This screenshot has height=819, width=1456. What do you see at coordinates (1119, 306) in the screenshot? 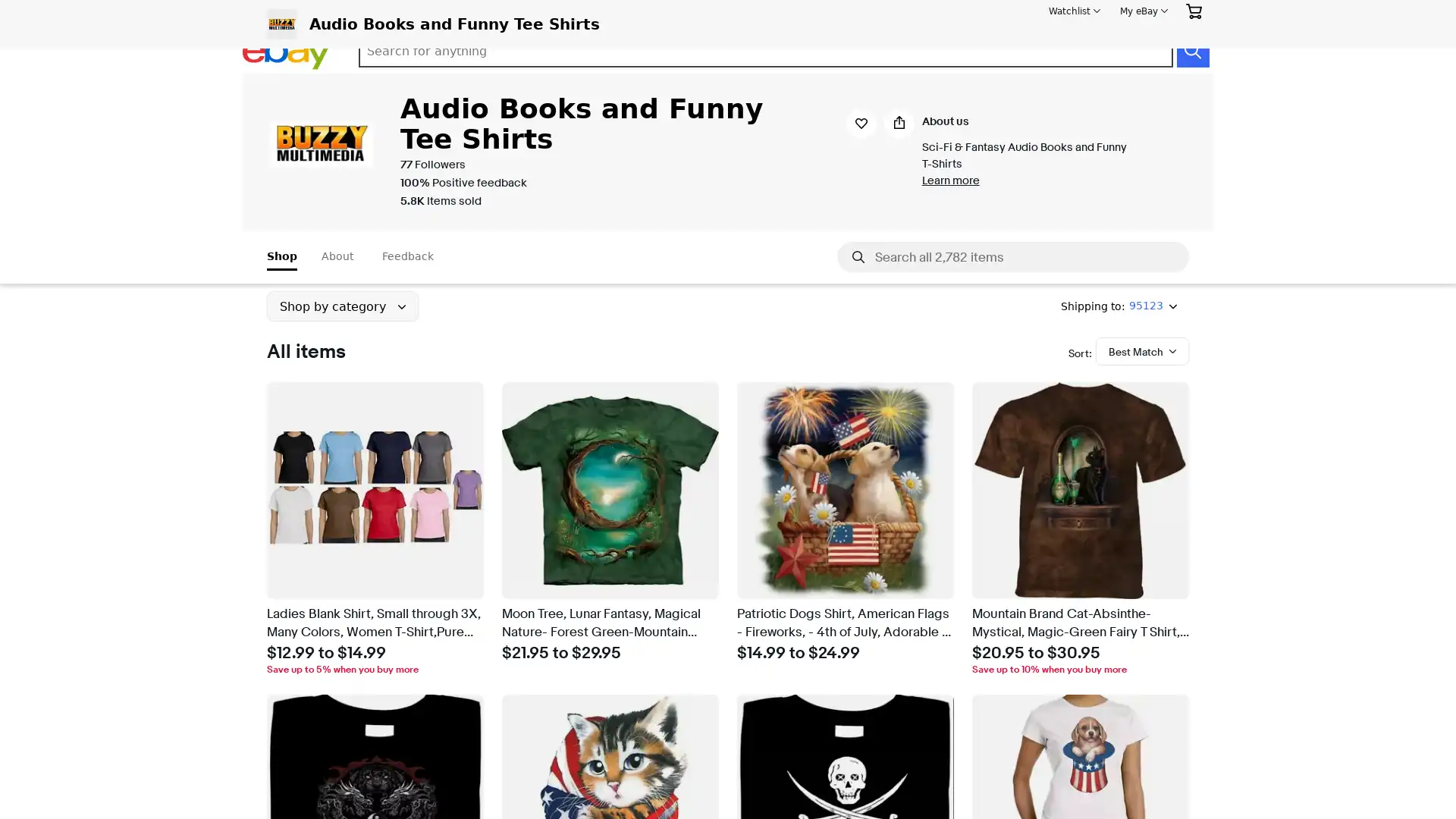
I see `Shipping to:95123` at bounding box center [1119, 306].